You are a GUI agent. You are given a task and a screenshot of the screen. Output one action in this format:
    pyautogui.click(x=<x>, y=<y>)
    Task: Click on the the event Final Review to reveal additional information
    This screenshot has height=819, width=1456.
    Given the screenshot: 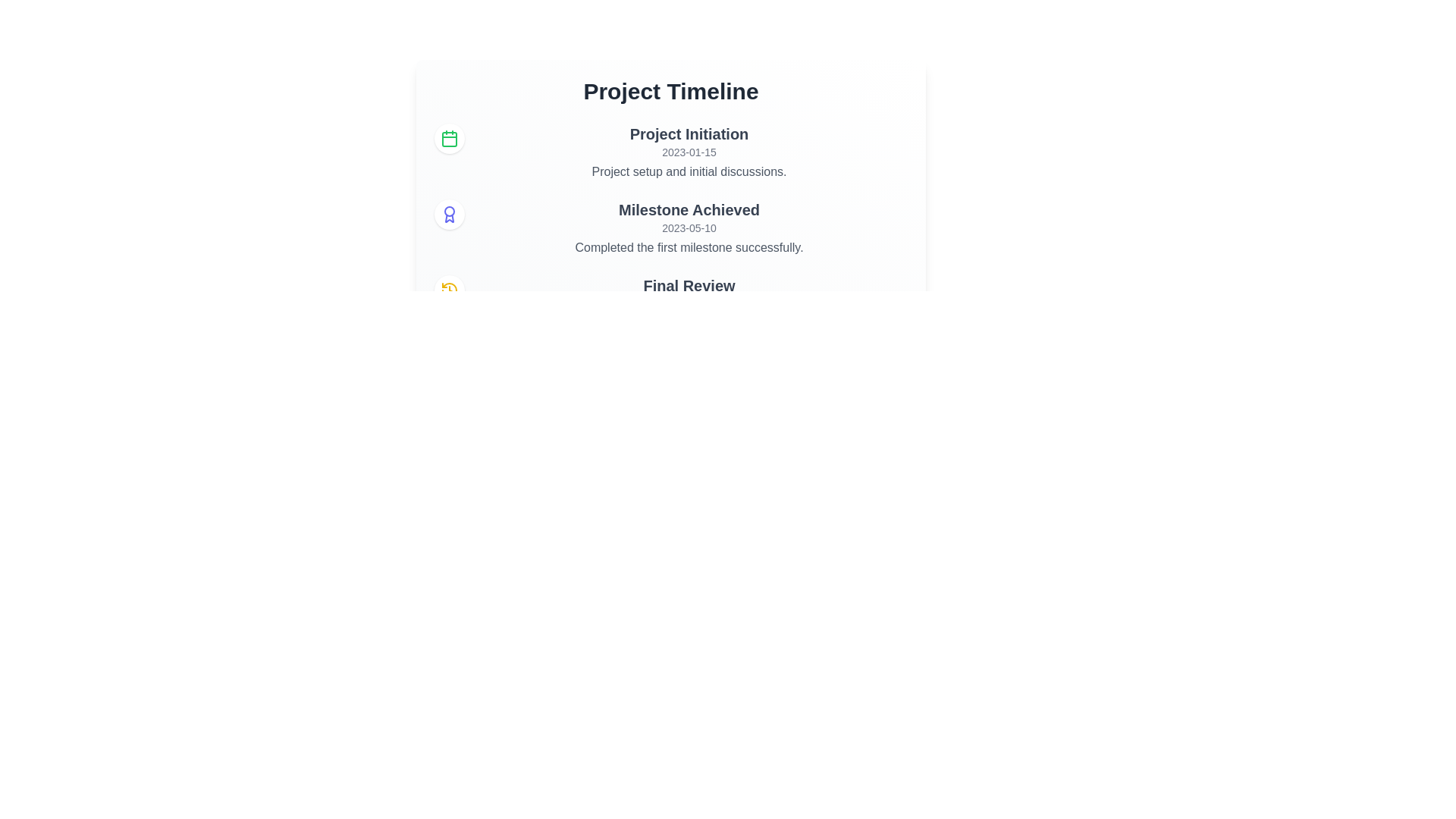 What is the action you would take?
    pyautogui.click(x=449, y=290)
    